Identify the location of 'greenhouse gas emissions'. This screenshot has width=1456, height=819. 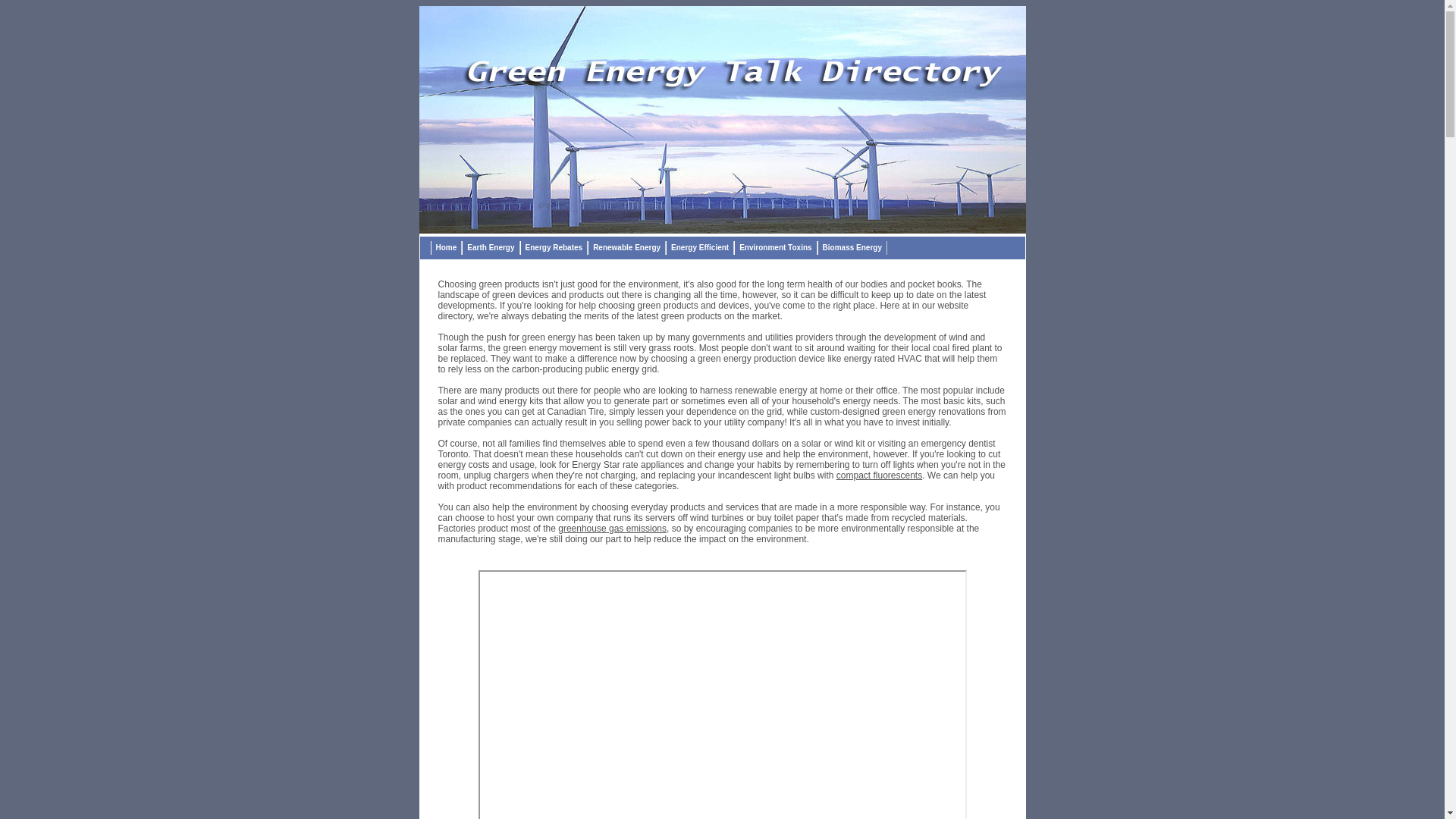
(612, 528).